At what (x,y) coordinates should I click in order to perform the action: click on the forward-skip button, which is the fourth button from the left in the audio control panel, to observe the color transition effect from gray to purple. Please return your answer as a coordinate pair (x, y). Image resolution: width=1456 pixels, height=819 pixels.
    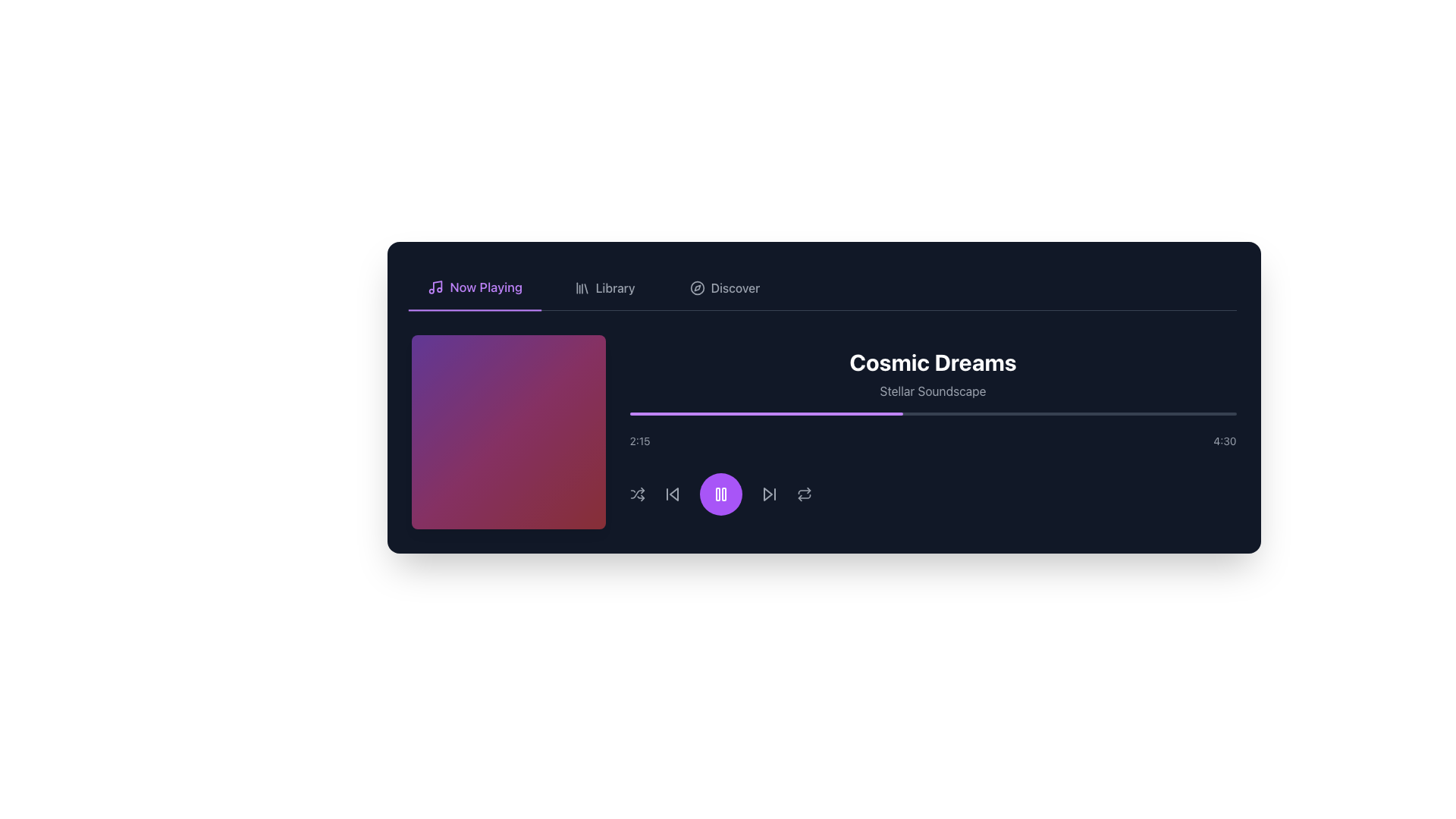
    Looking at the image, I should click on (769, 494).